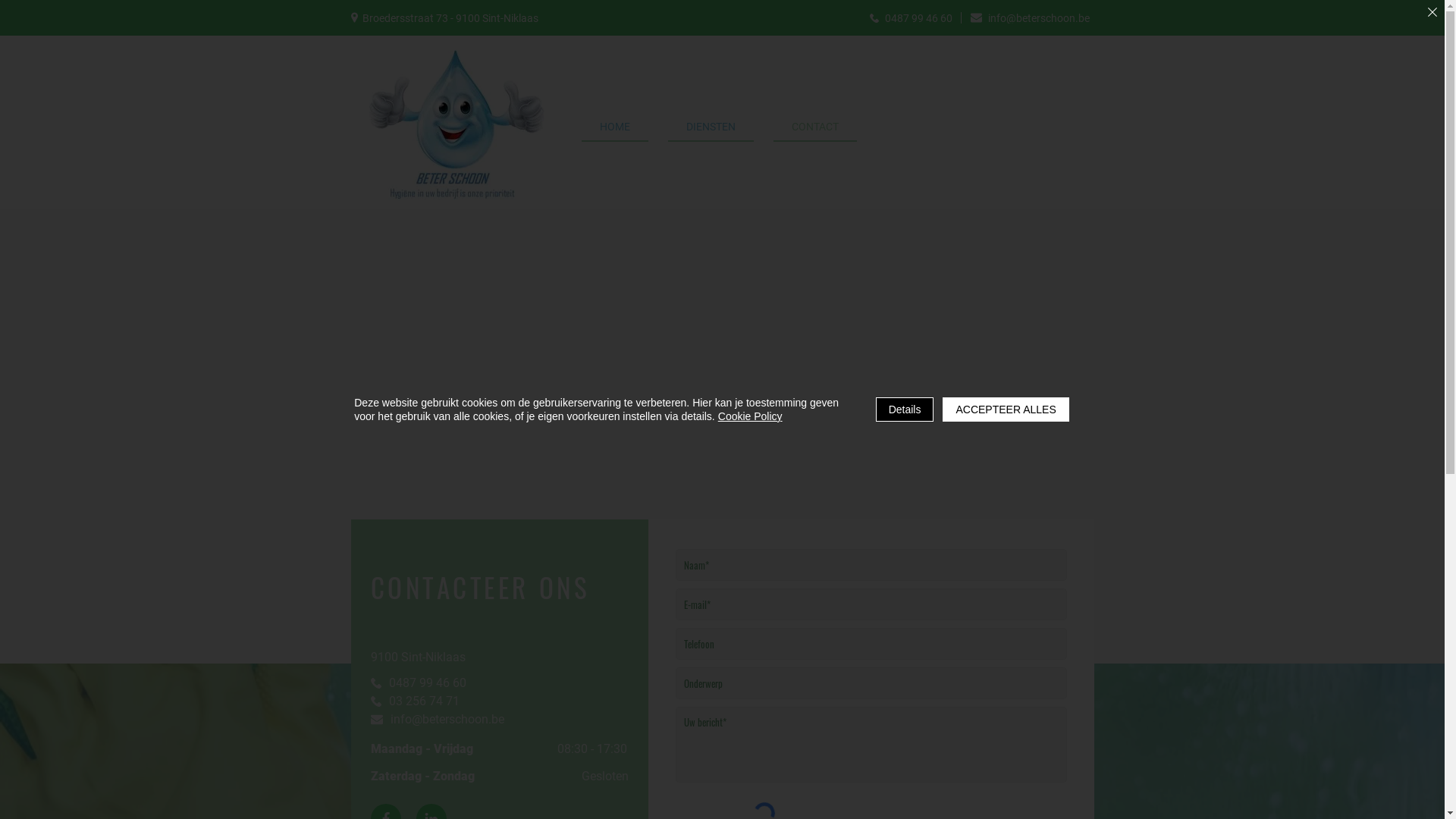  I want to click on 'DIENSTEN', so click(710, 127).